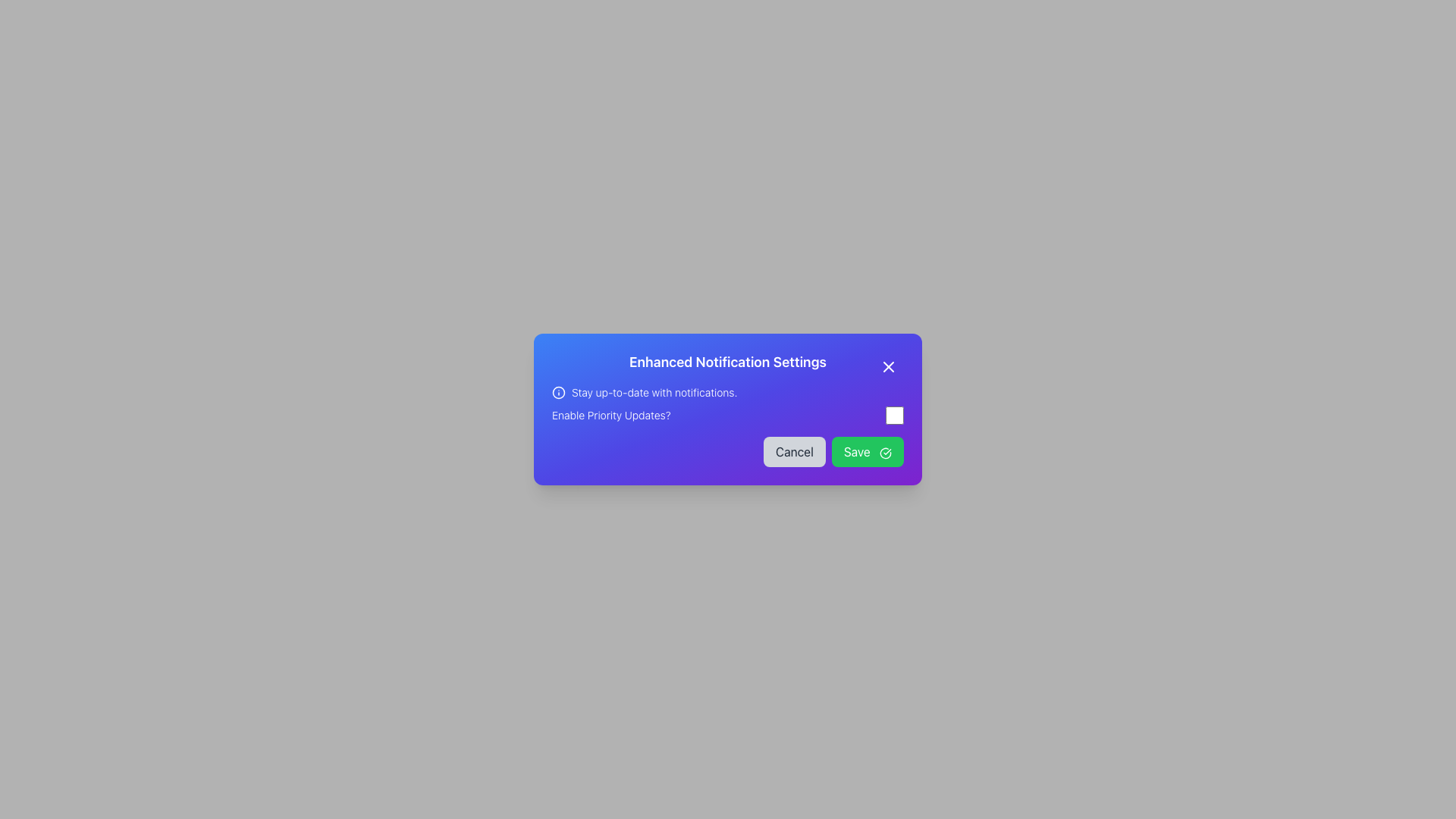 Image resolution: width=1456 pixels, height=819 pixels. I want to click on the checkbox located to the right of the text 'Enable Priority Updates?', so click(895, 415).